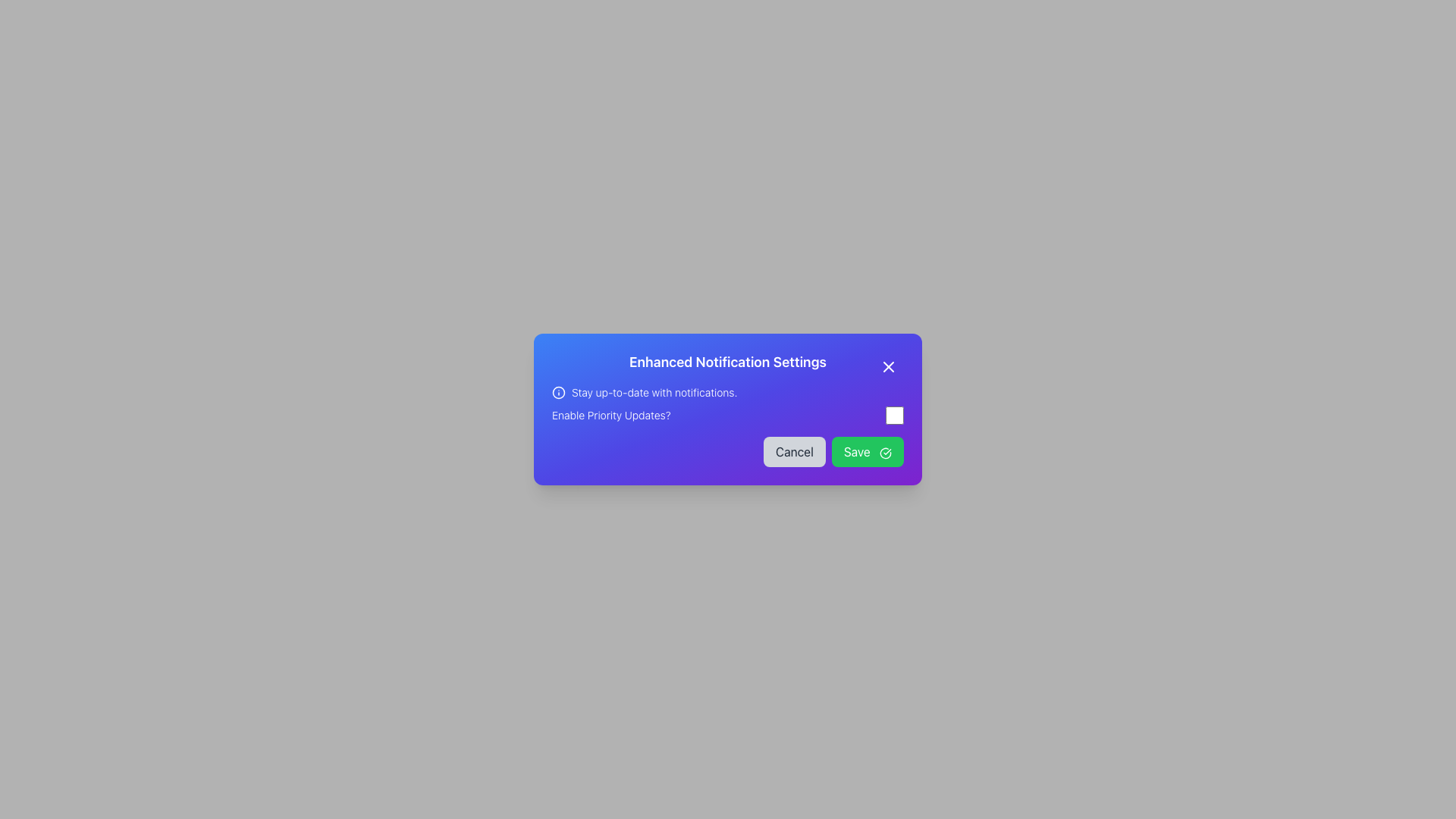 Image resolution: width=1456 pixels, height=819 pixels. I want to click on the checkbox located to the right of the text 'Enable Priority Updates?', so click(895, 415).